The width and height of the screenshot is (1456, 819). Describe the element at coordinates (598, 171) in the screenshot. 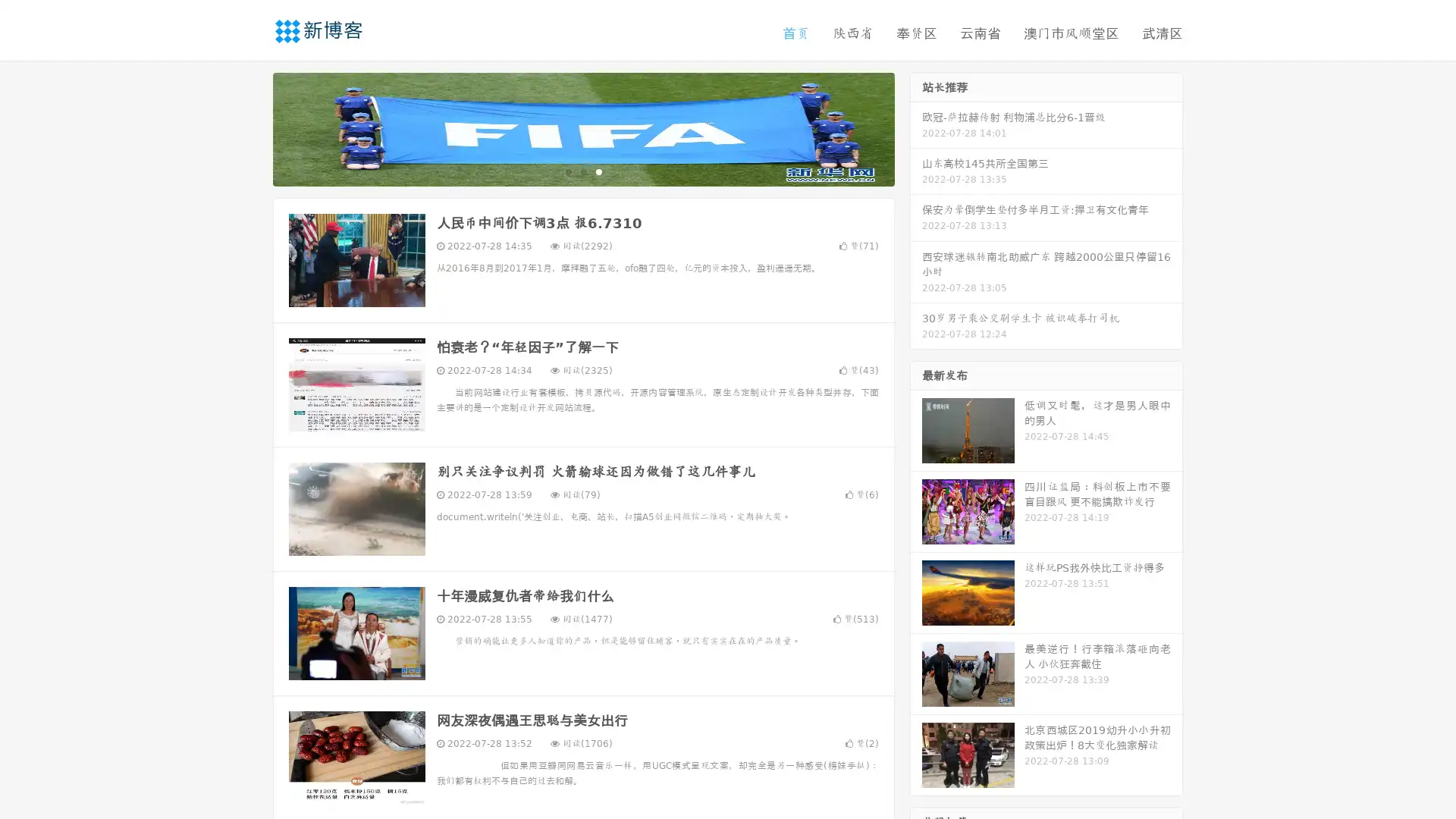

I see `Go to slide 3` at that location.